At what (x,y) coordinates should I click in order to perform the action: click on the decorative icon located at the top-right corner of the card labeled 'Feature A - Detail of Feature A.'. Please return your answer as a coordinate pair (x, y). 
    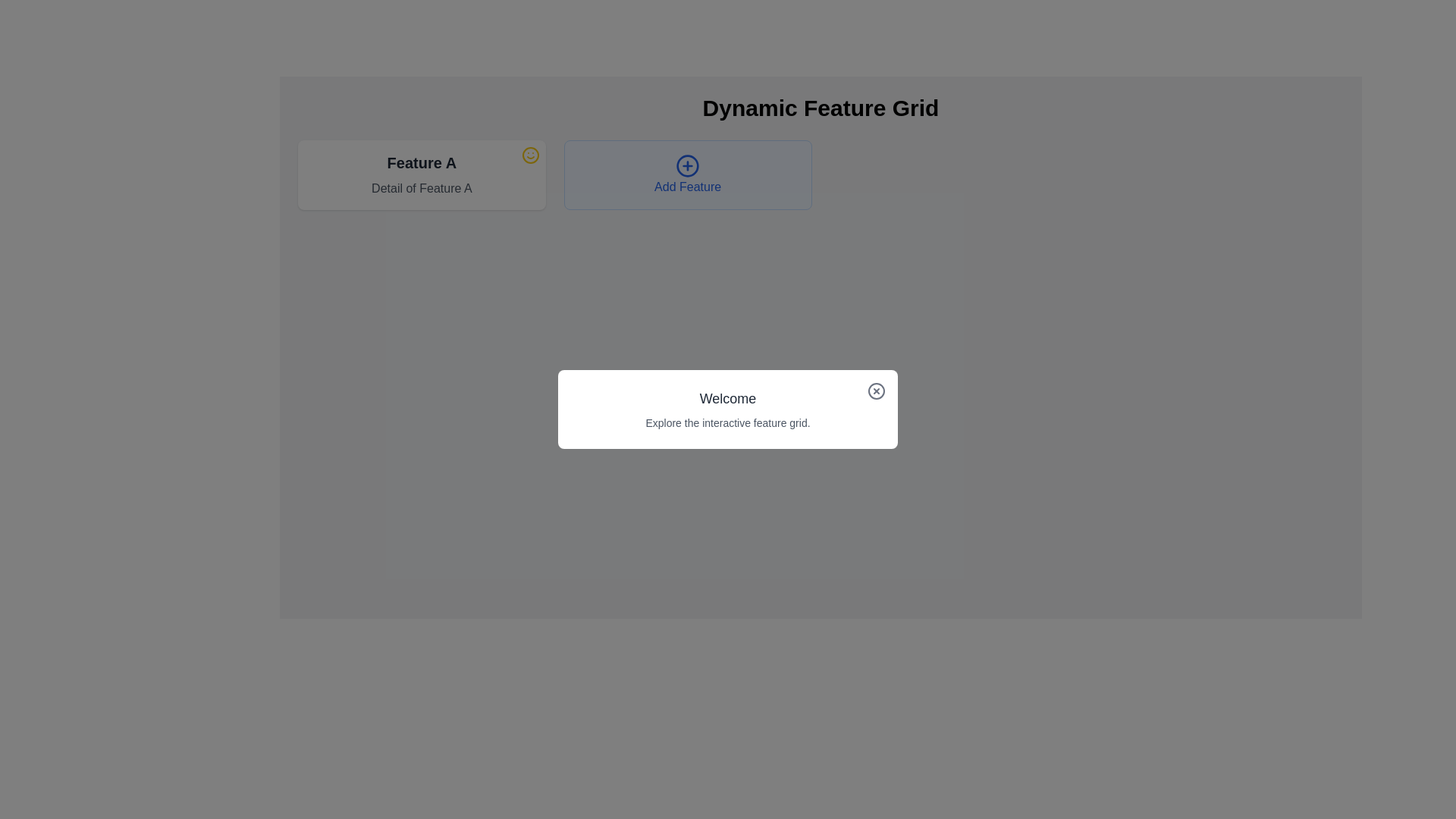
    Looking at the image, I should click on (530, 155).